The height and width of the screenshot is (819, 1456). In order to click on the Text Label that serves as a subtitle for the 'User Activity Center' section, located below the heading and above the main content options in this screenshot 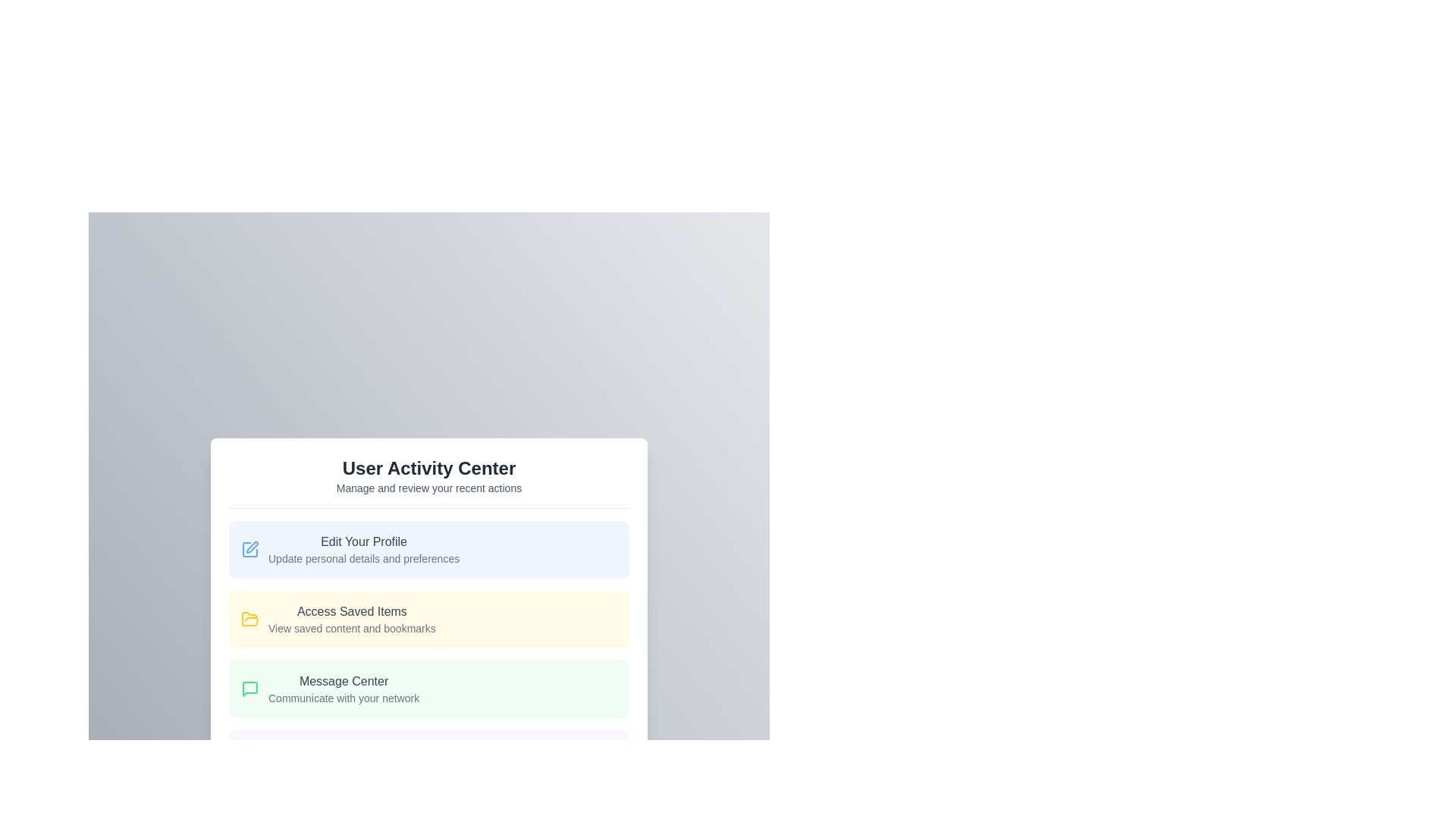, I will do `click(428, 488)`.